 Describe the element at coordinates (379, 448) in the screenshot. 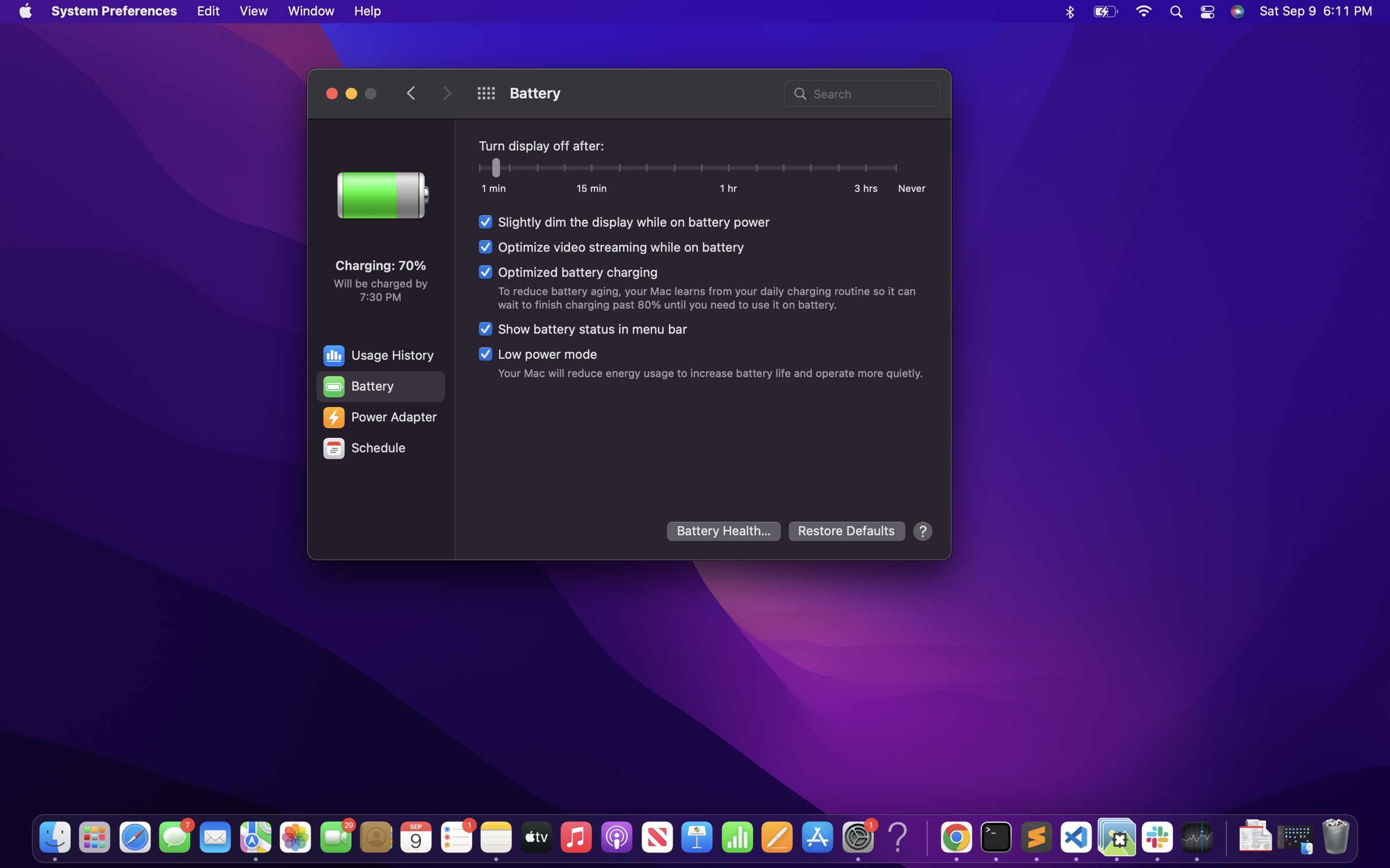

I see `the option to schedule the Mac booting` at that location.